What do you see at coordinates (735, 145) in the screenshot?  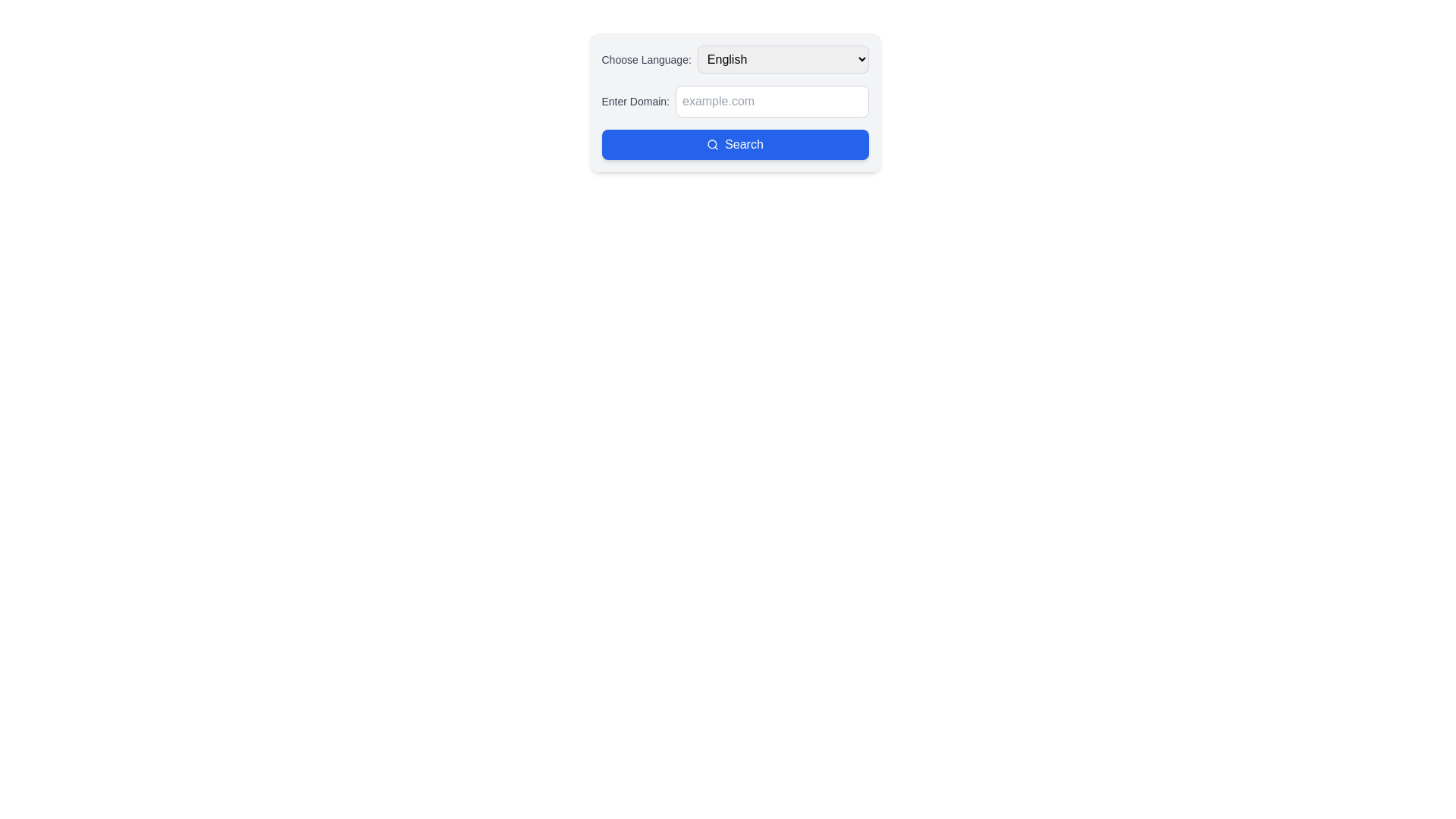 I see `the submit button located below the text input field with the placeholder 'example.com', which activates a search based on the entered domain and selected language` at bounding box center [735, 145].